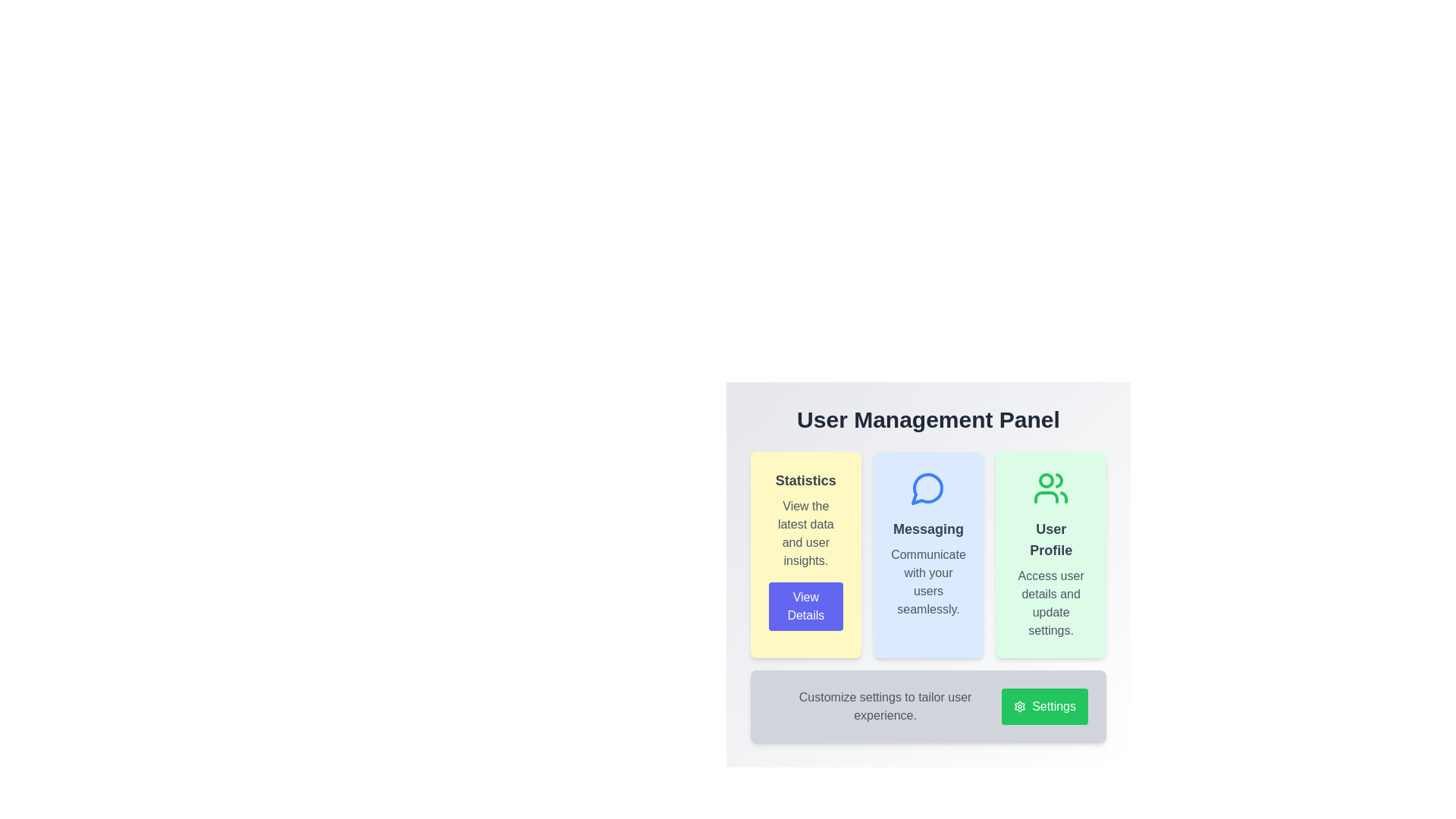  I want to click on the gear-shaped icon within the green 'Settings' button, used for accessing the configuration panel, for accessibility purposes, so click(1020, 707).